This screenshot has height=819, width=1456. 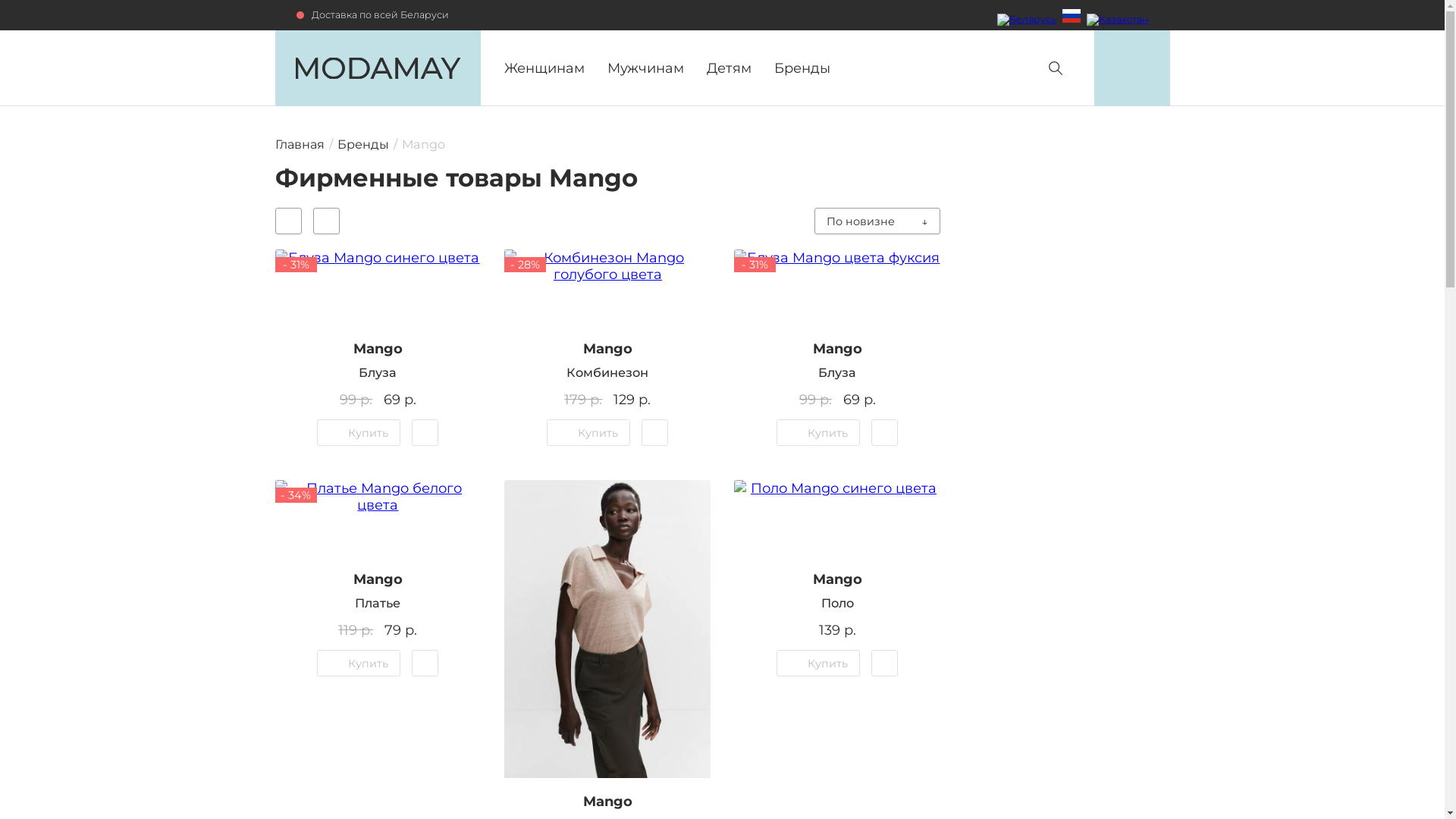 What do you see at coordinates (378, 579) in the screenshot?
I see `'Mango'` at bounding box center [378, 579].